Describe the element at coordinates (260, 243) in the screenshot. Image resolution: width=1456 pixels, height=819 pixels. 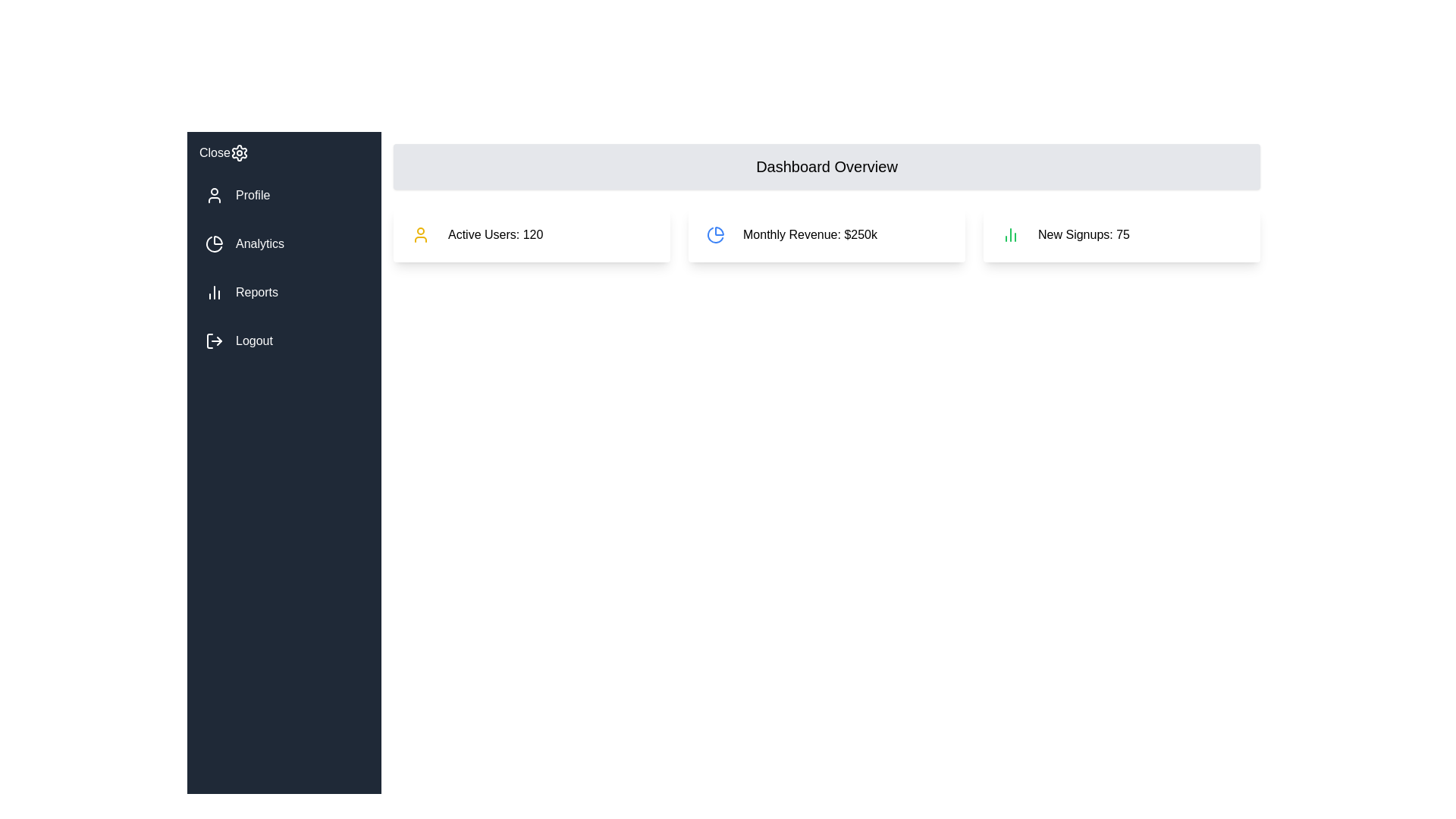
I see `the 'Analytics' label in the left navigation menu, which displays the text in white against a dark background` at that location.